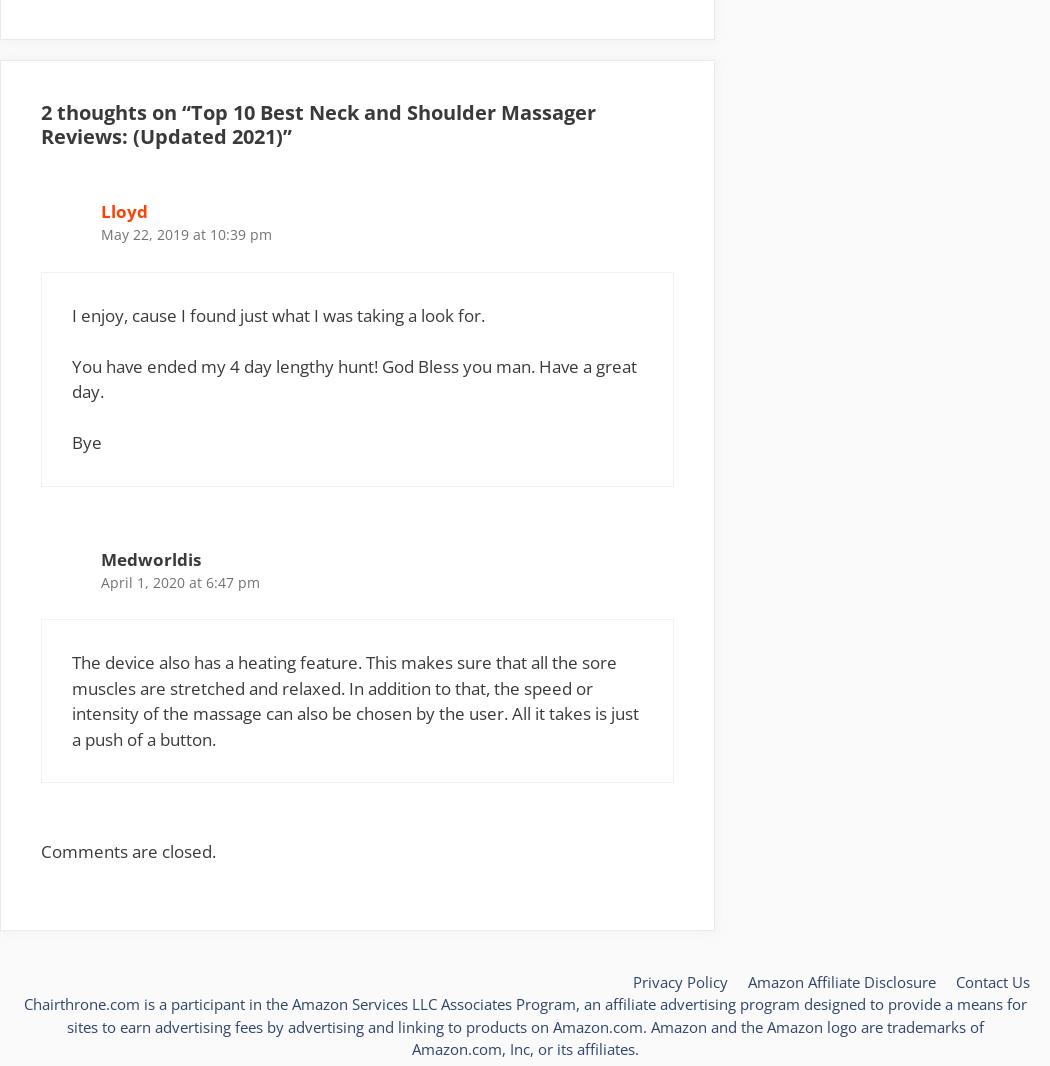  What do you see at coordinates (186, 233) in the screenshot?
I see `'May 22, 2019 at 10:39 pm'` at bounding box center [186, 233].